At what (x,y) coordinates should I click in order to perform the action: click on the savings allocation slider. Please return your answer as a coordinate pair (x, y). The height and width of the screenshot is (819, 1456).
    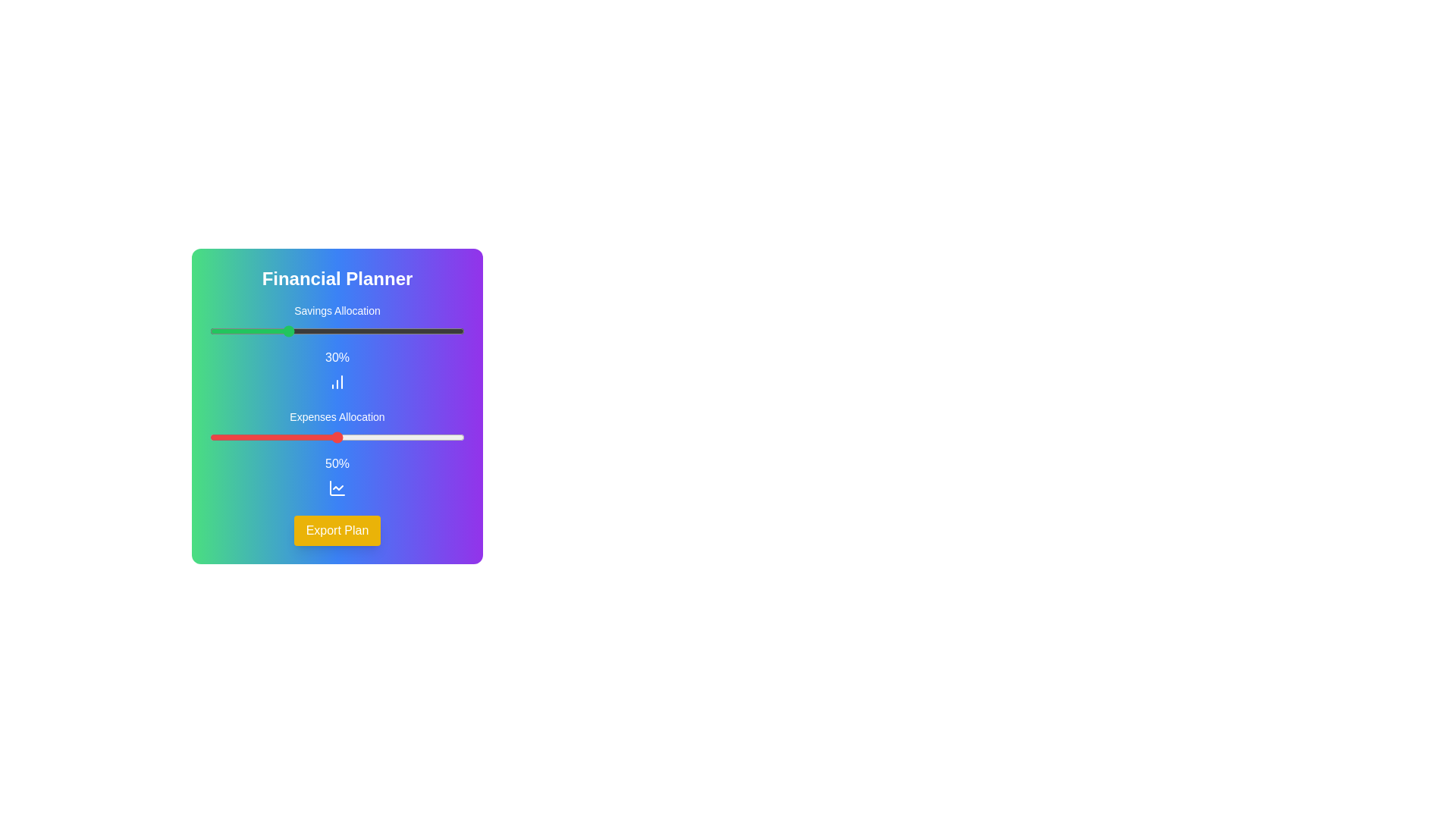
    Looking at the image, I should click on (219, 330).